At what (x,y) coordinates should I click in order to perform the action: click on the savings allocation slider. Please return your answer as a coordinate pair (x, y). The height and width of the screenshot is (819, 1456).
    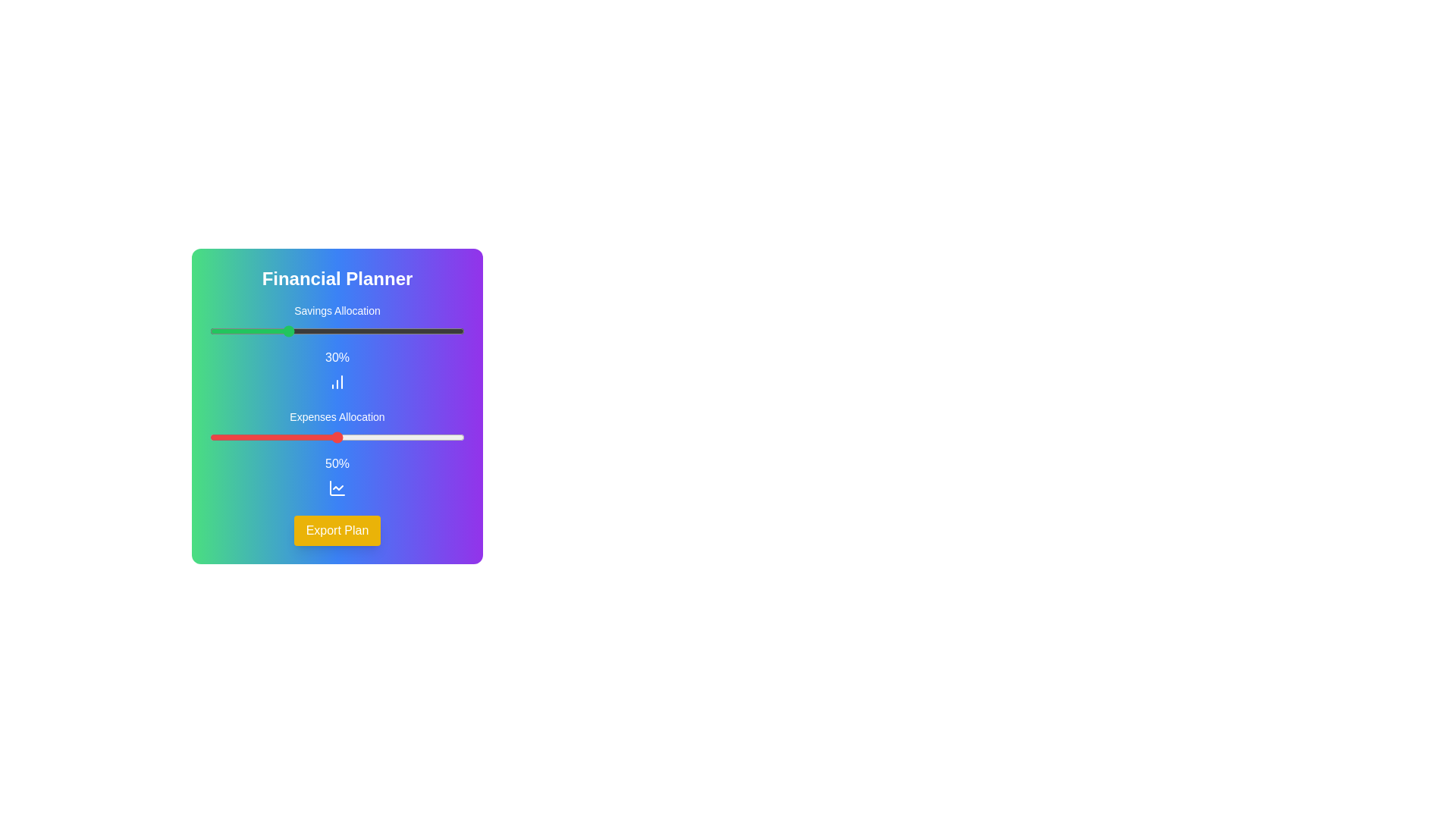
    Looking at the image, I should click on (219, 330).